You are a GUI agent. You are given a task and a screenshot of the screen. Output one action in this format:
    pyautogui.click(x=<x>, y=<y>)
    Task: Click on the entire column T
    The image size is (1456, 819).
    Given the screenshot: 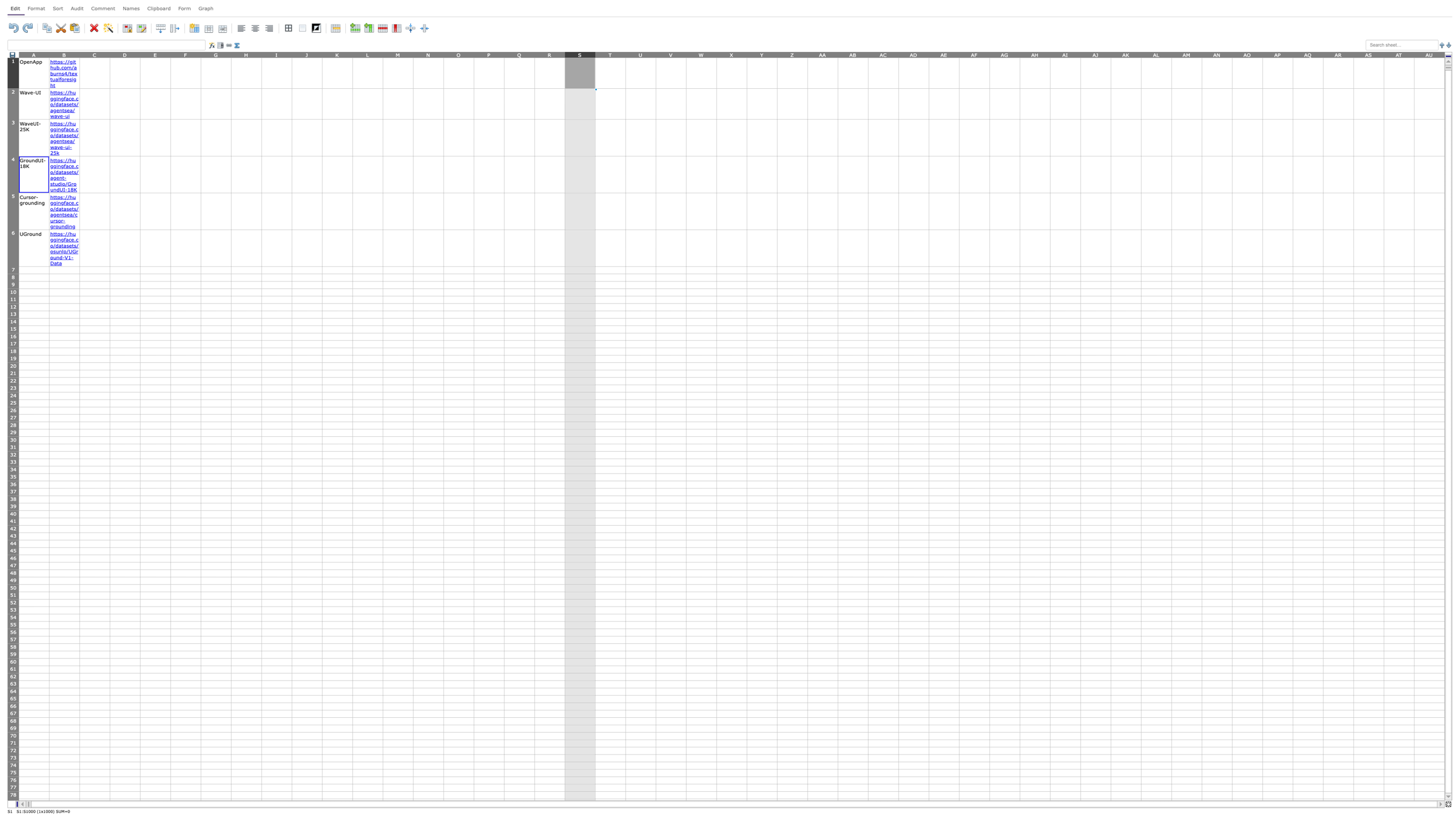 What is the action you would take?
    pyautogui.click(x=610, y=54)
    